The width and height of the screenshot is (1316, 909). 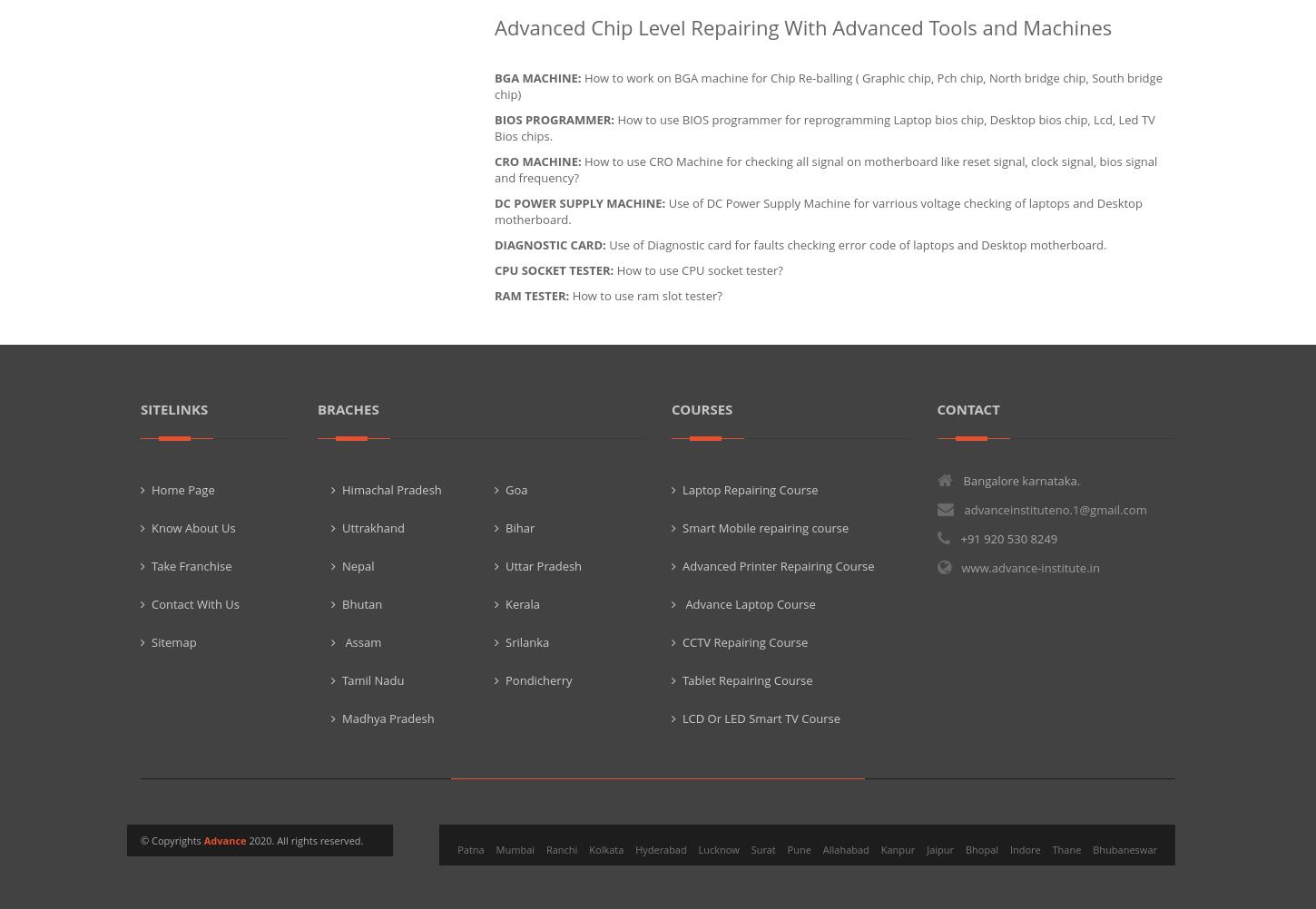 What do you see at coordinates (747, 679) in the screenshot?
I see `'Tablet Repairing Course'` at bounding box center [747, 679].